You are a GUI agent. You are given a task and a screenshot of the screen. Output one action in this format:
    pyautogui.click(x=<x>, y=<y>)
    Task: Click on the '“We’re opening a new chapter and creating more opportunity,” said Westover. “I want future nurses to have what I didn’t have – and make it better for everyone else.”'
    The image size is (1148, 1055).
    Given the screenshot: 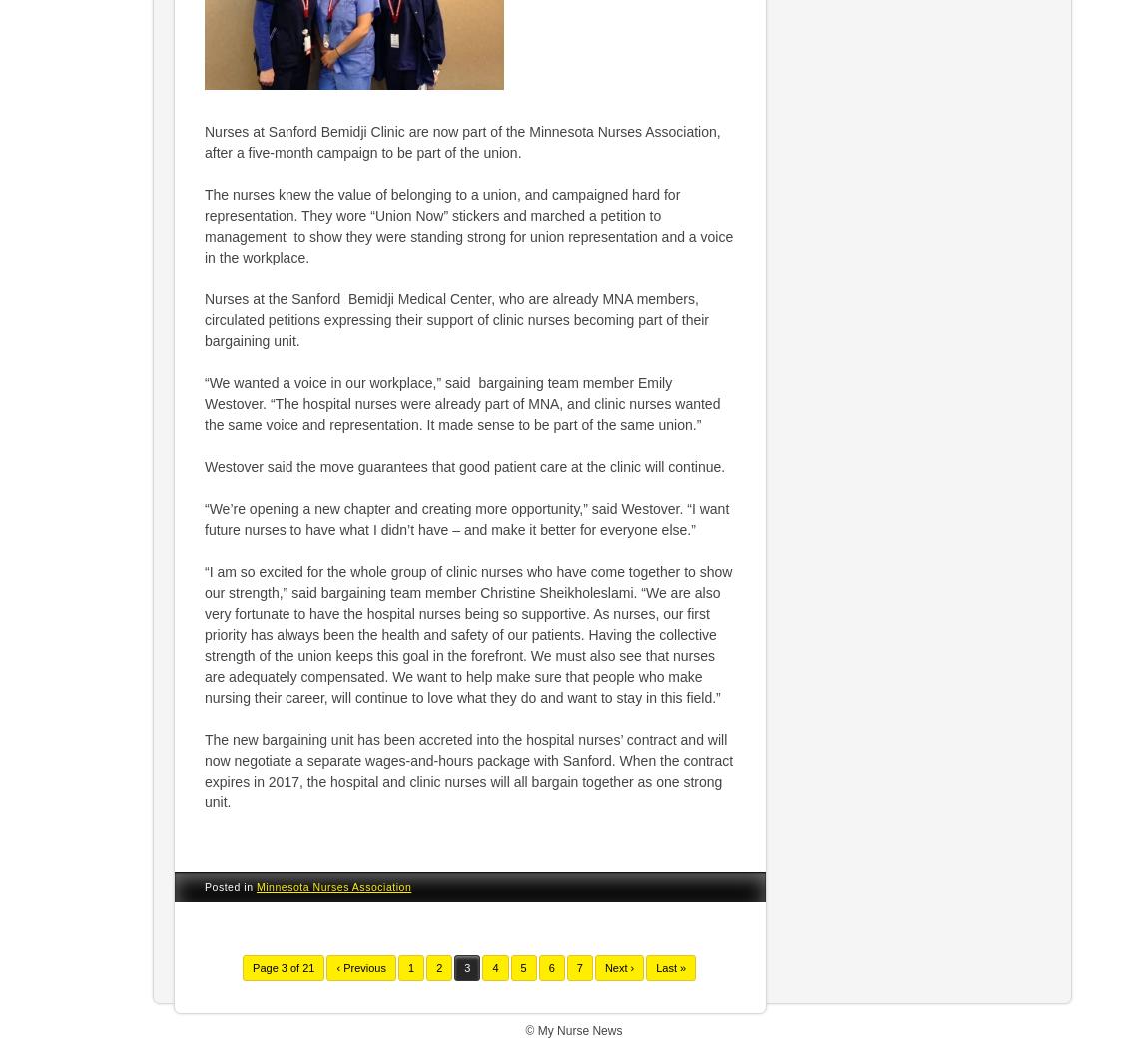 What is the action you would take?
    pyautogui.click(x=204, y=518)
    